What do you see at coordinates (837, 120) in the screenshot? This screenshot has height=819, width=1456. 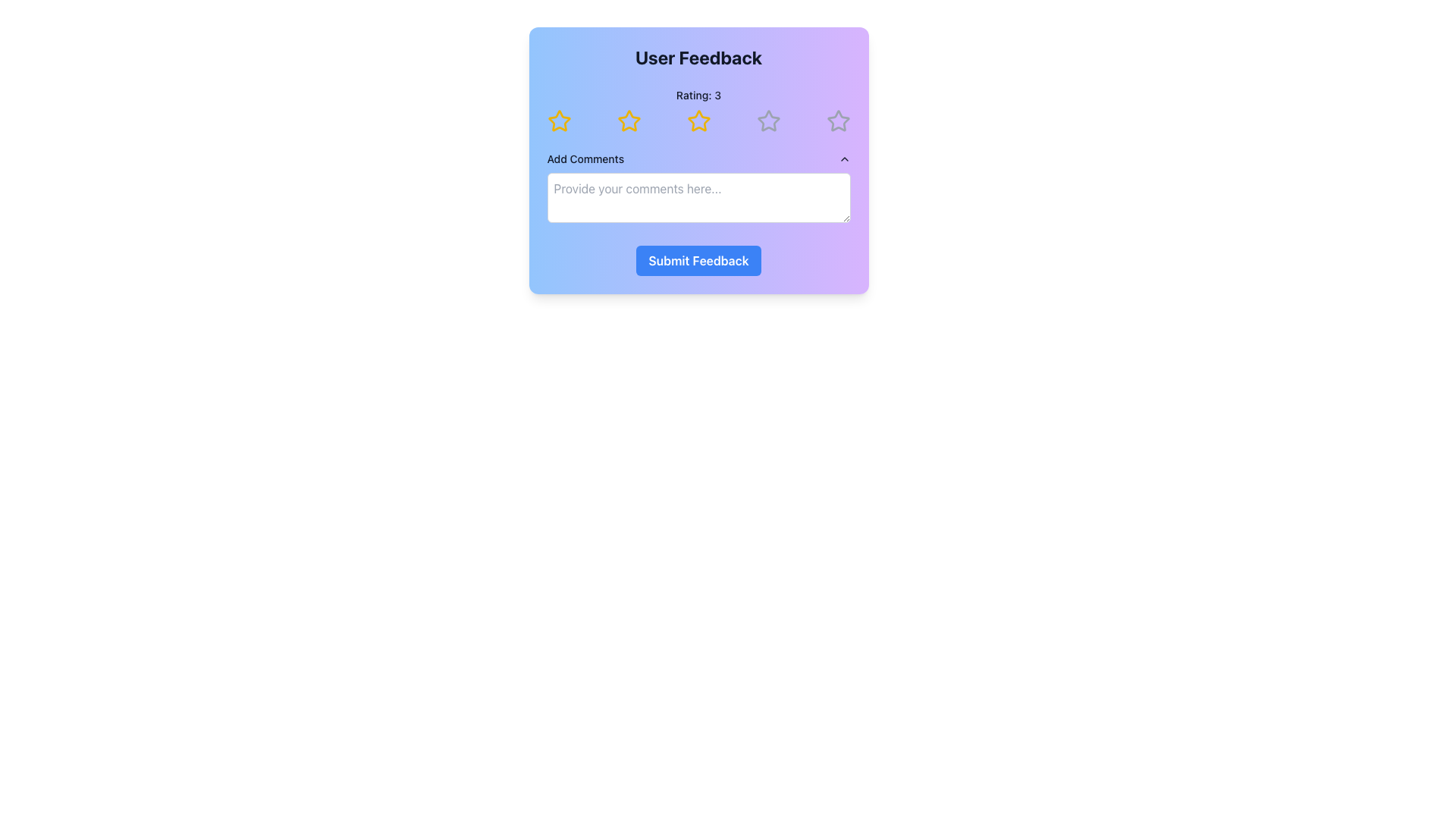 I see `keyboard navigation` at bounding box center [837, 120].